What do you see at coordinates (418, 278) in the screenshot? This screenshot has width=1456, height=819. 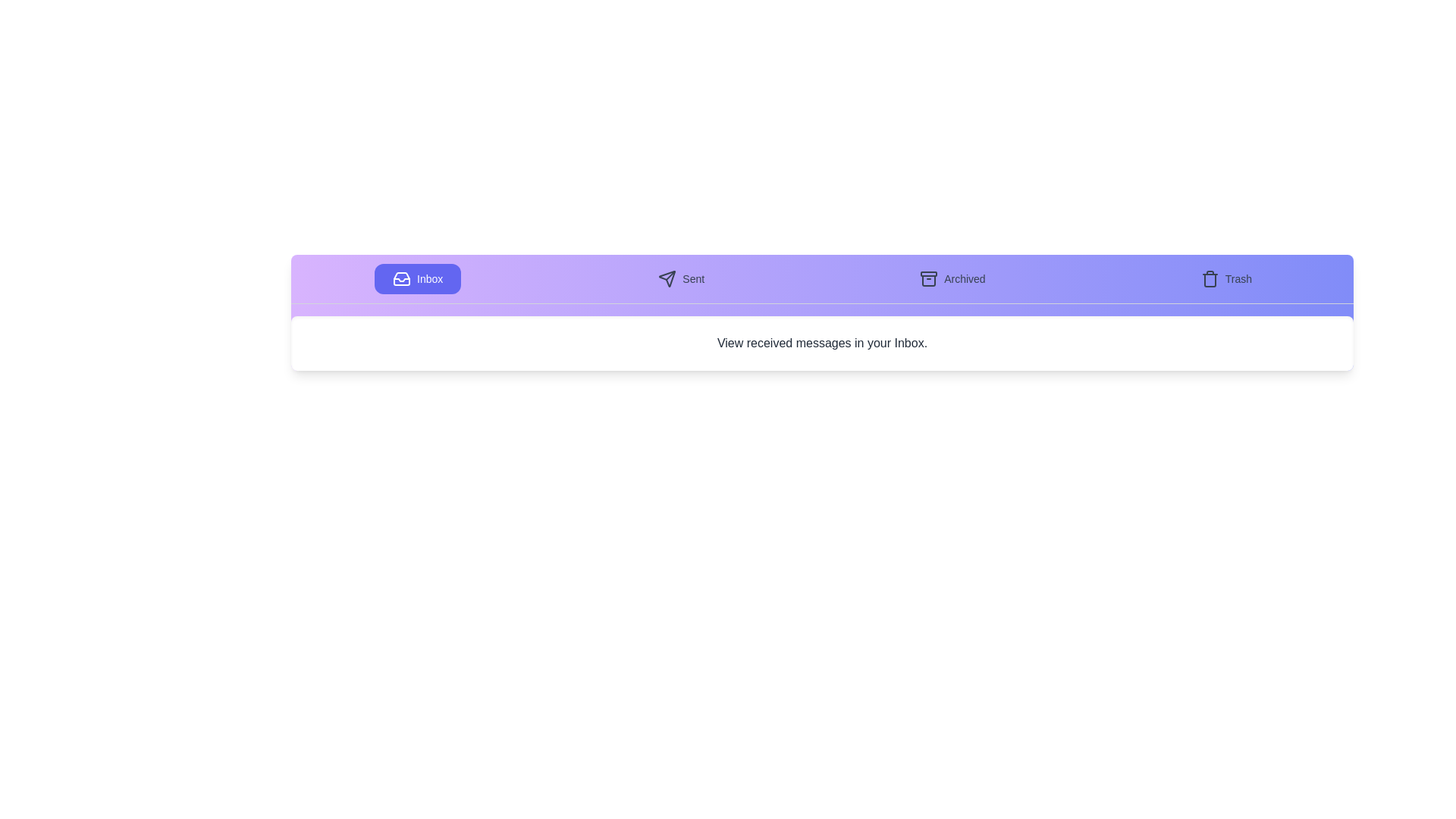 I see `the tab labeled Inbox` at bounding box center [418, 278].